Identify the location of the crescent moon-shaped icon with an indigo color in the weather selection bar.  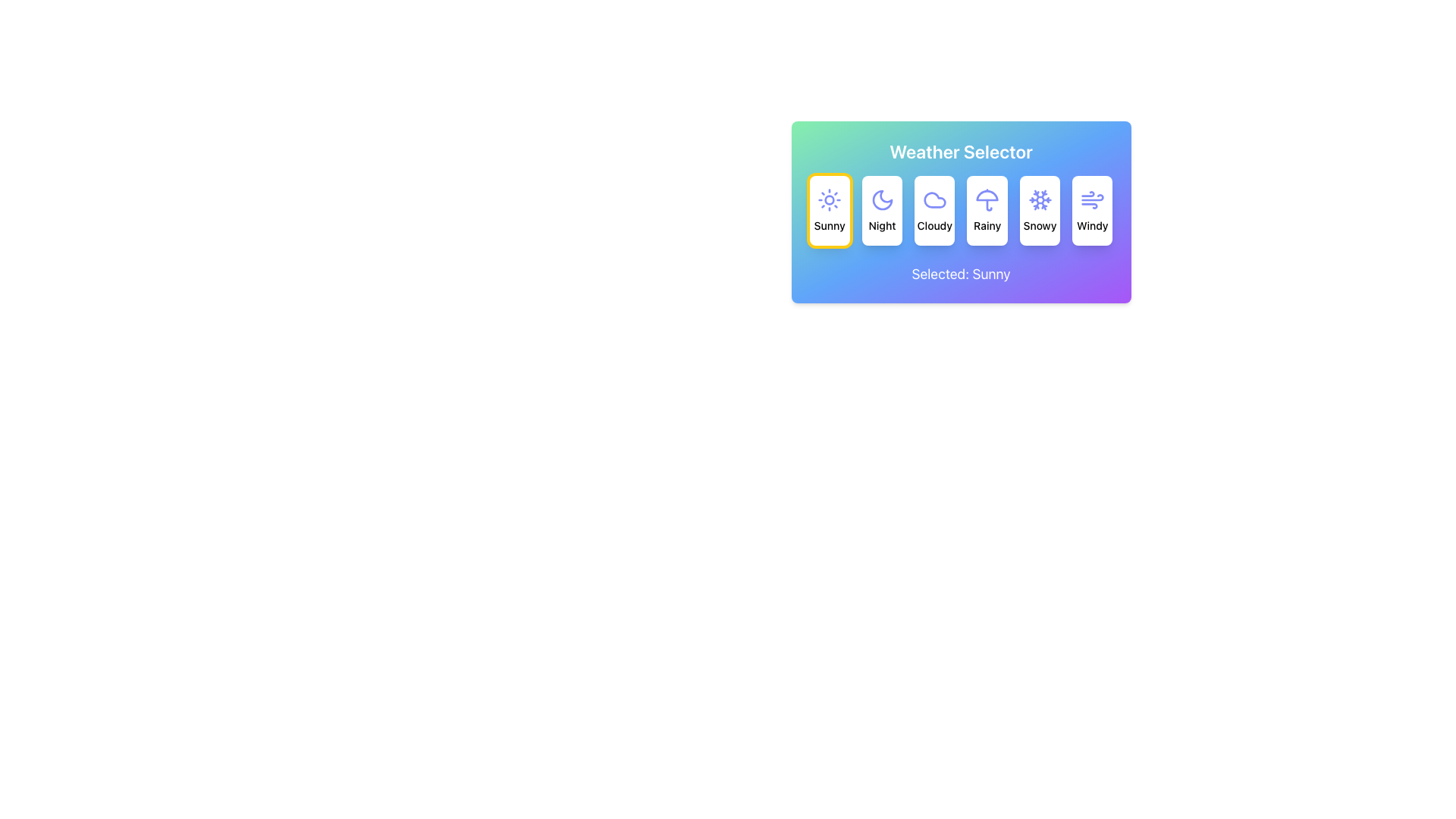
(882, 199).